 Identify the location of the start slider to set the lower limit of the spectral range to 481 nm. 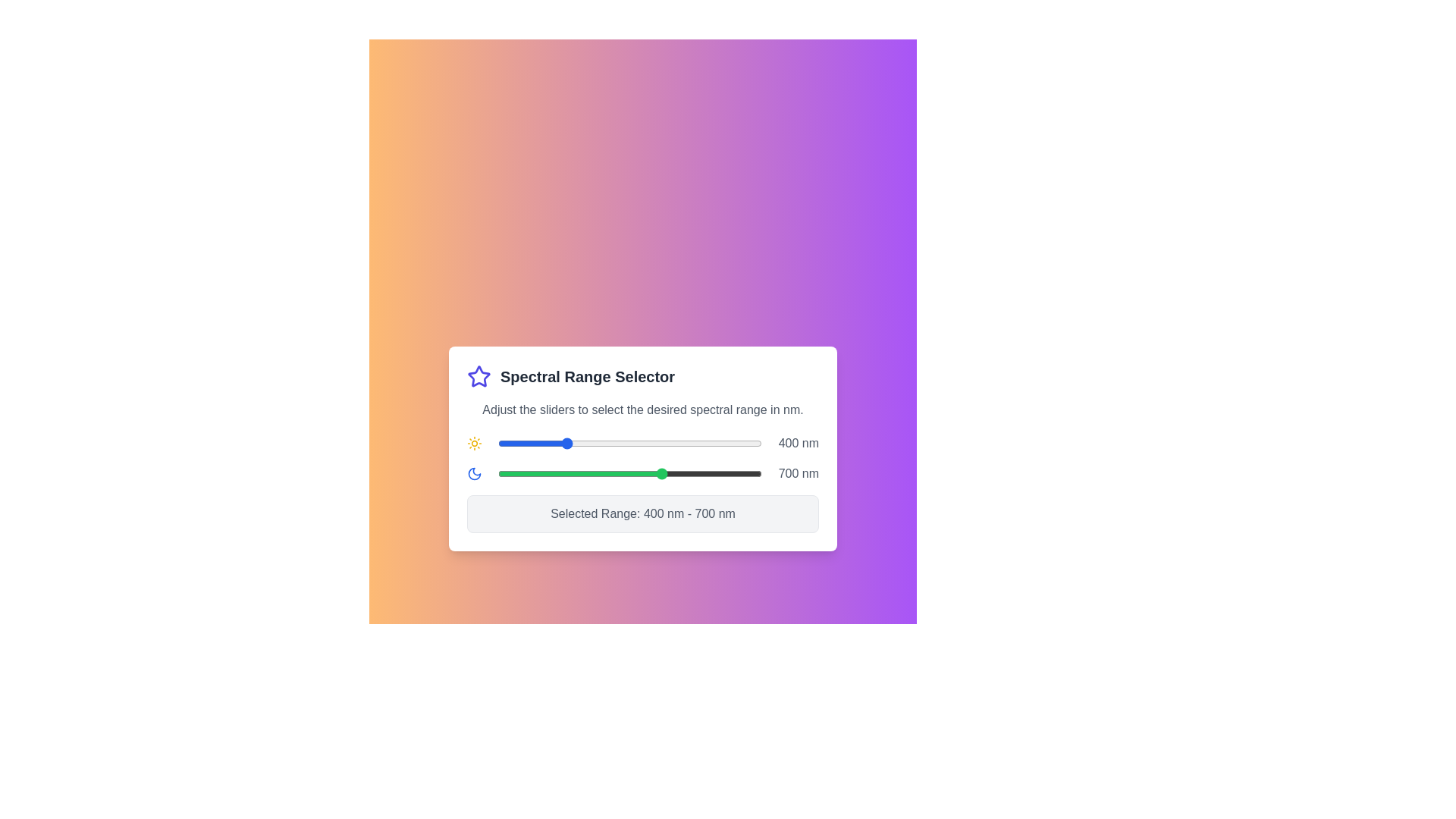
(590, 444).